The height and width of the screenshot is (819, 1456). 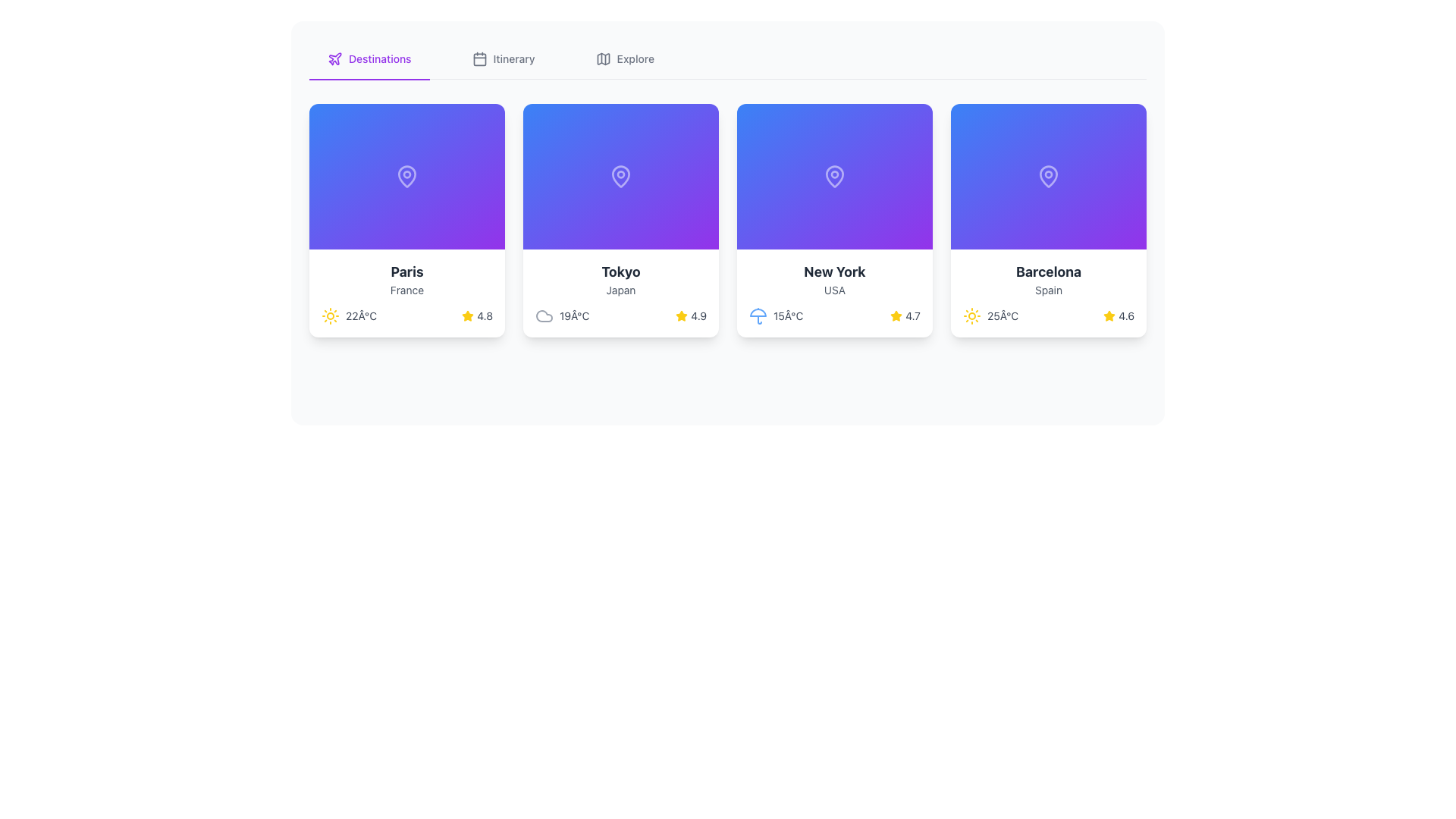 I want to click on the static text element displaying '19°C' in gray font within the weather information section of the Tokyo card, so click(x=573, y=315).